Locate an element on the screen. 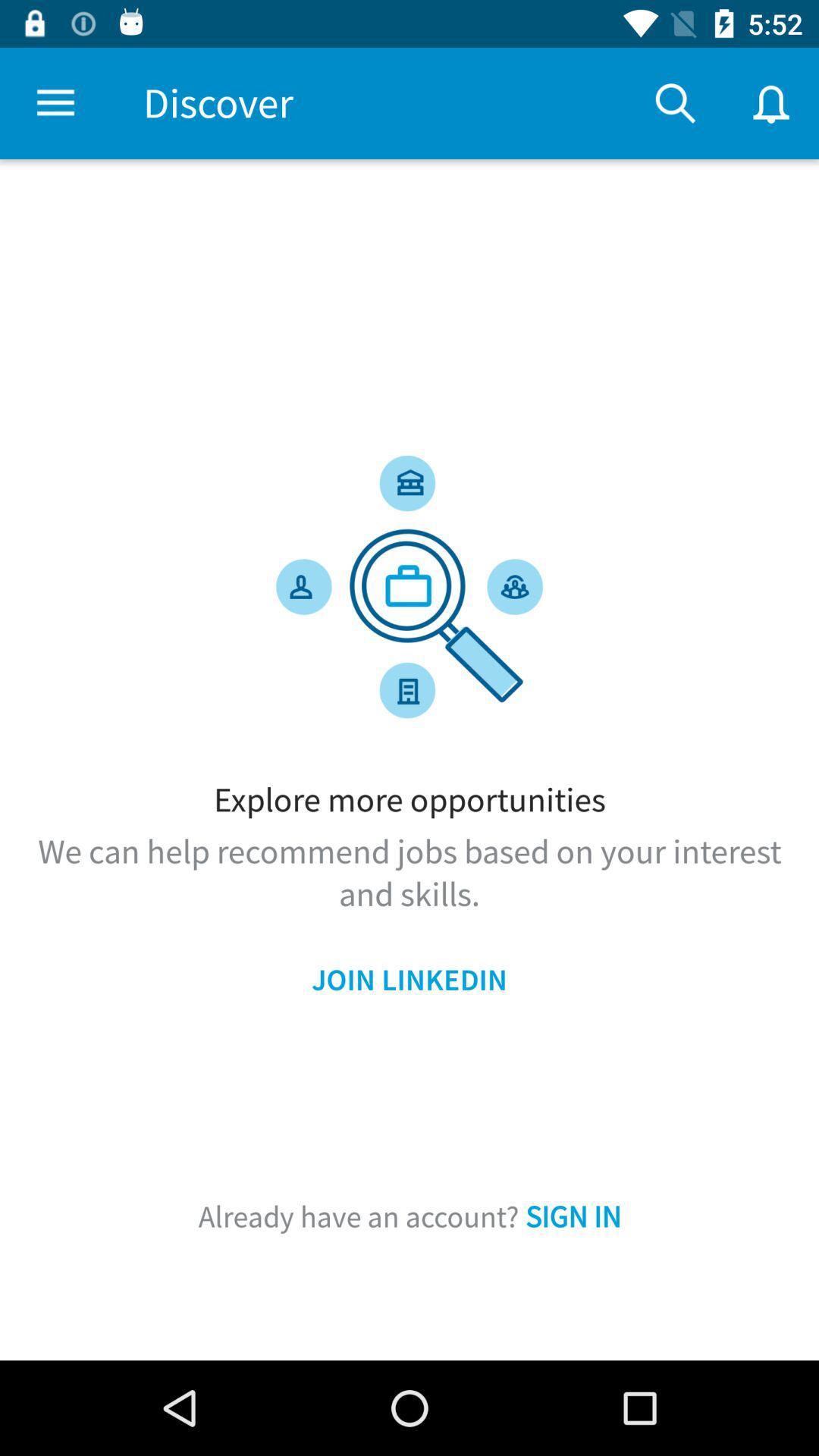  icon above explore more opportunities icon is located at coordinates (55, 102).